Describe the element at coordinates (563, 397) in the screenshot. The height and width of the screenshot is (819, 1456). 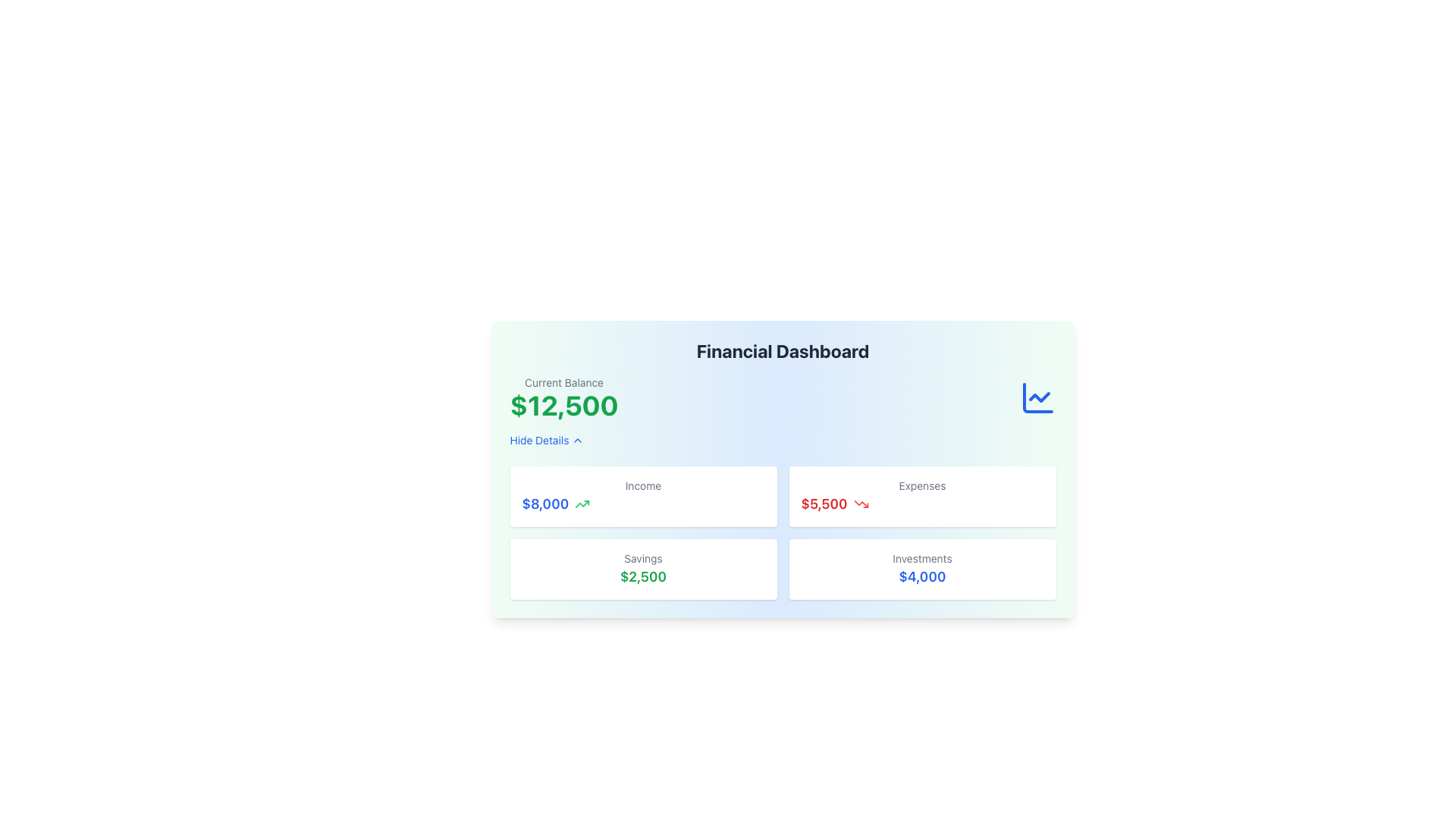
I see `the 'Current Balance' text display, which shows 'Current Balance' in a small gray font and '$12,500' in a larger, bold green font, located in the top-left section of the UI` at that location.